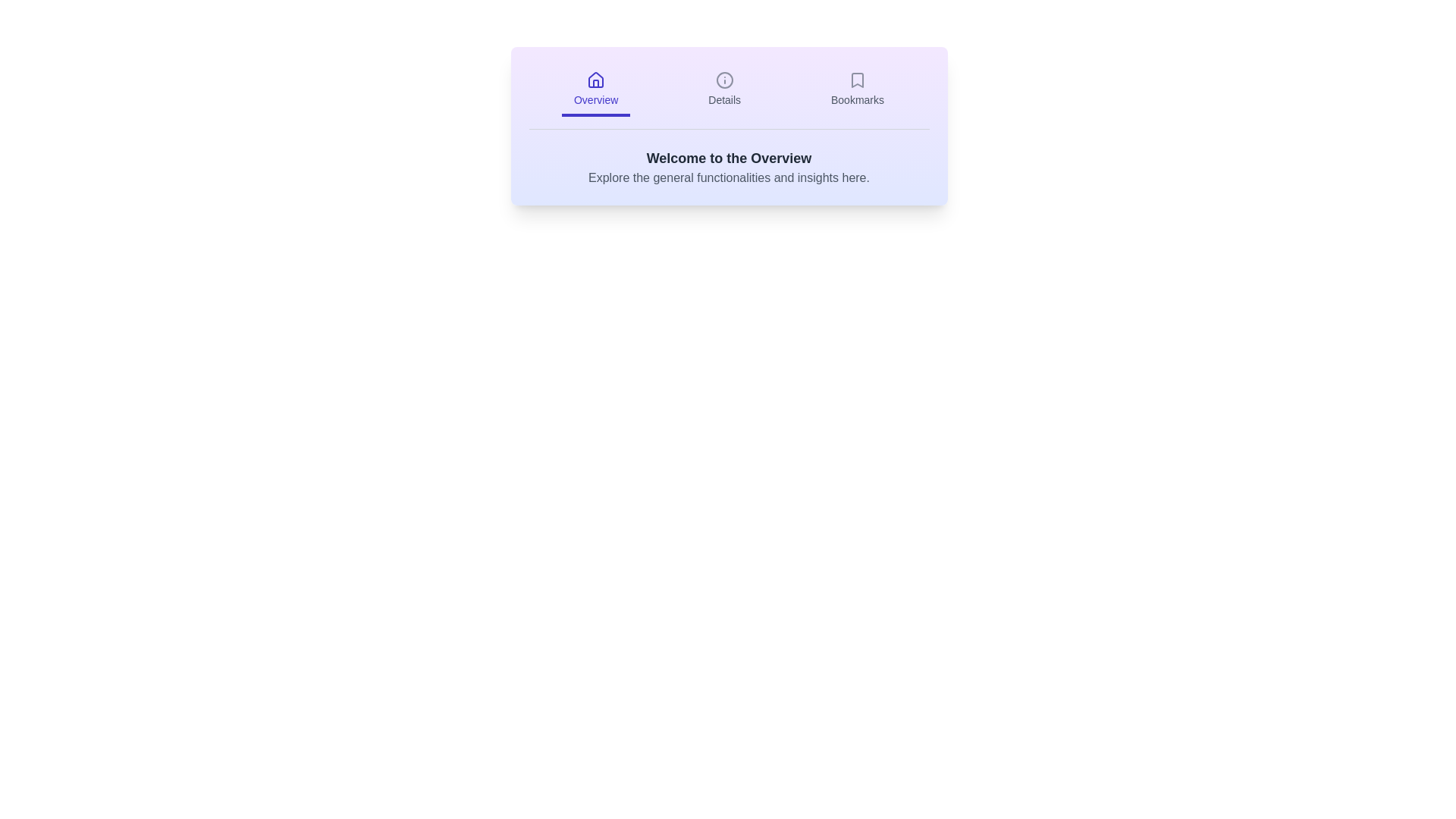 The height and width of the screenshot is (819, 1456). I want to click on the text label displaying 'Bookmarks', so click(858, 99).